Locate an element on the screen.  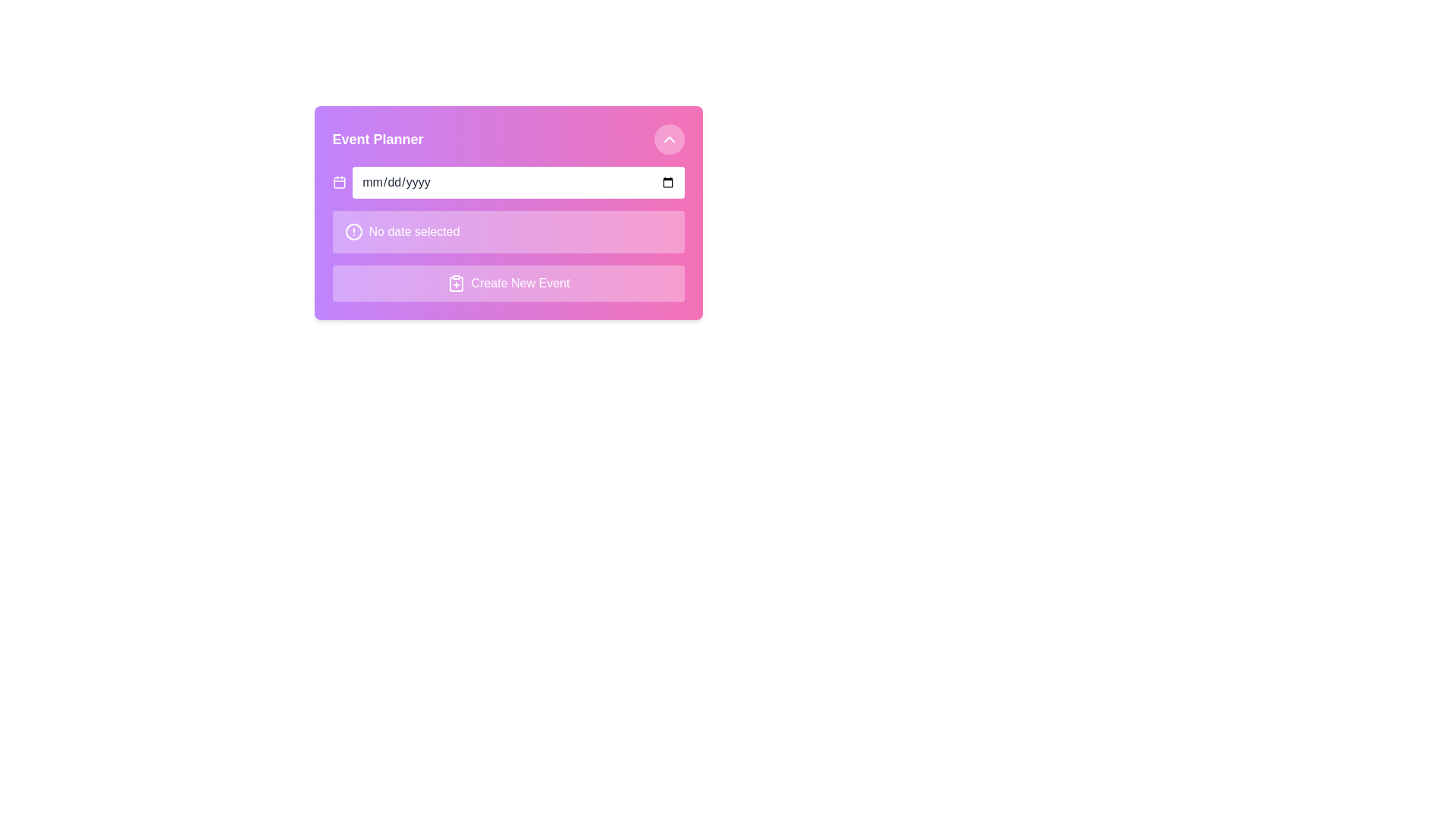
the icon that visually represents the action of creating or adding a new event, which is positioned to the left of the 'Create New Event' button is located at coordinates (455, 284).